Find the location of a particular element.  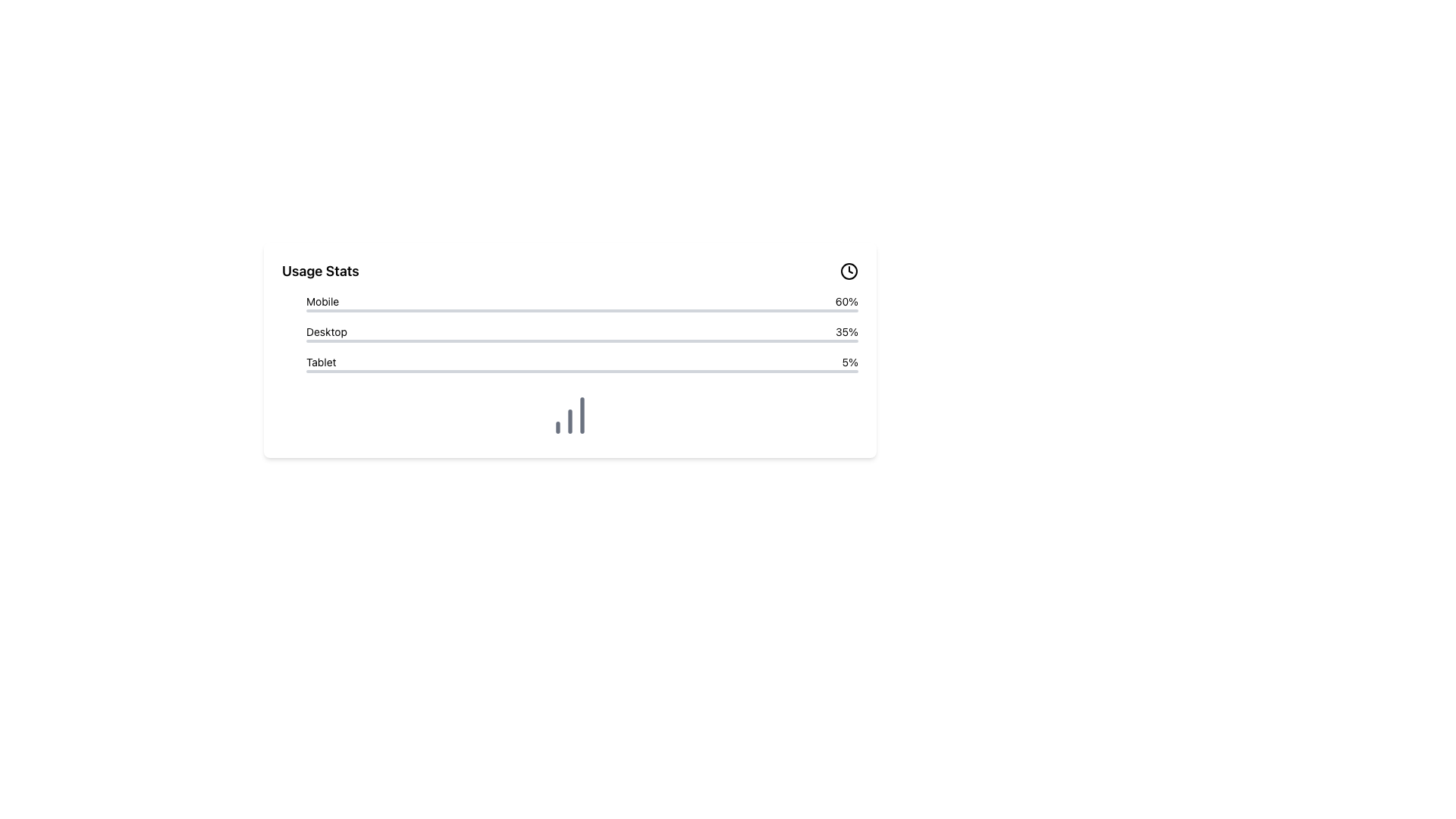

displayed text from the 'Tablet' category in the Usage Stats section, which shows a usage percentage of '5%' is located at coordinates (582, 362).